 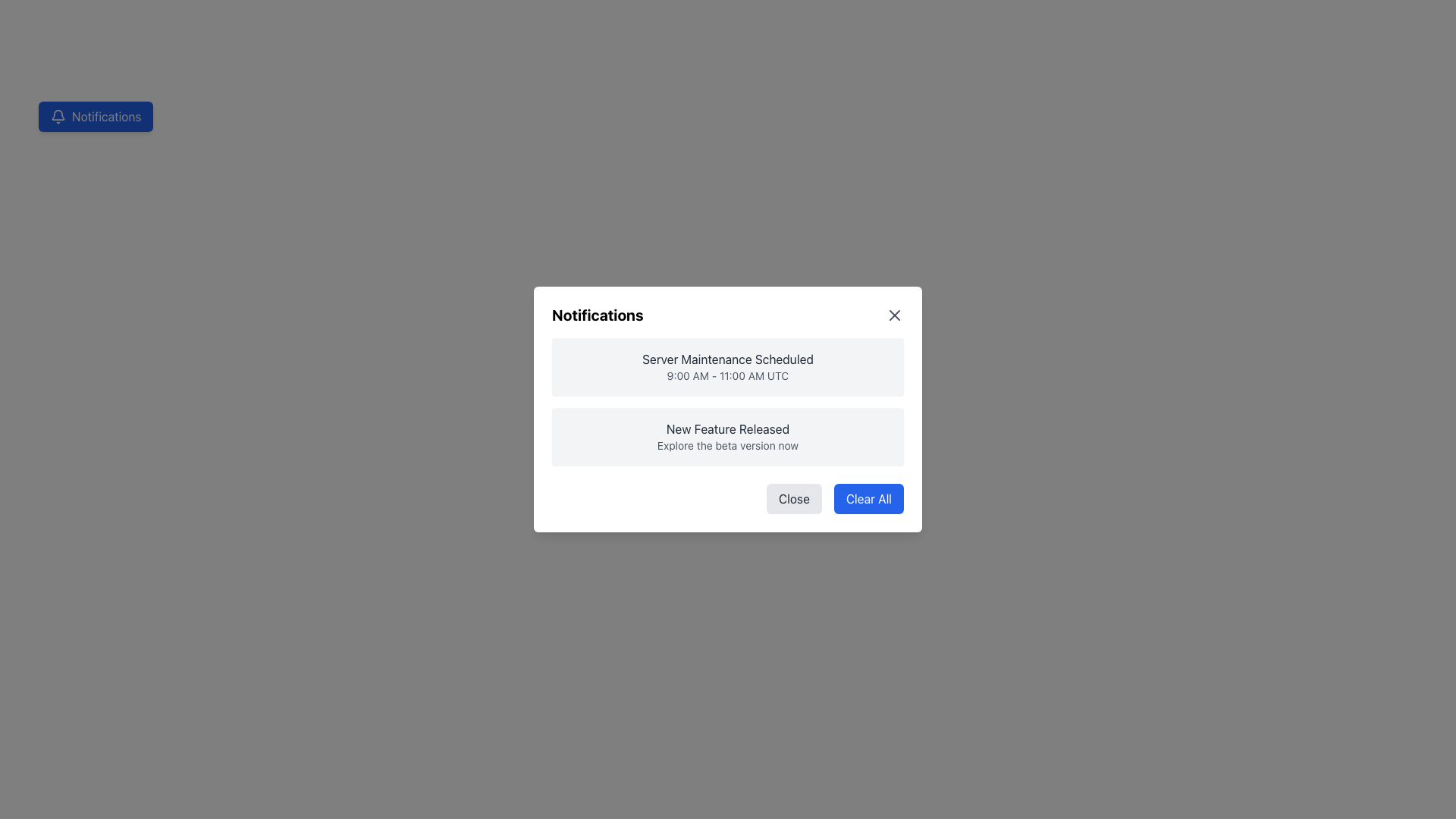 What do you see at coordinates (597, 315) in the screenshot?
I see `the bold text titled 'Notifications' which is positioned at the top-left corner of the modal window` at bounding box center [597, 315].